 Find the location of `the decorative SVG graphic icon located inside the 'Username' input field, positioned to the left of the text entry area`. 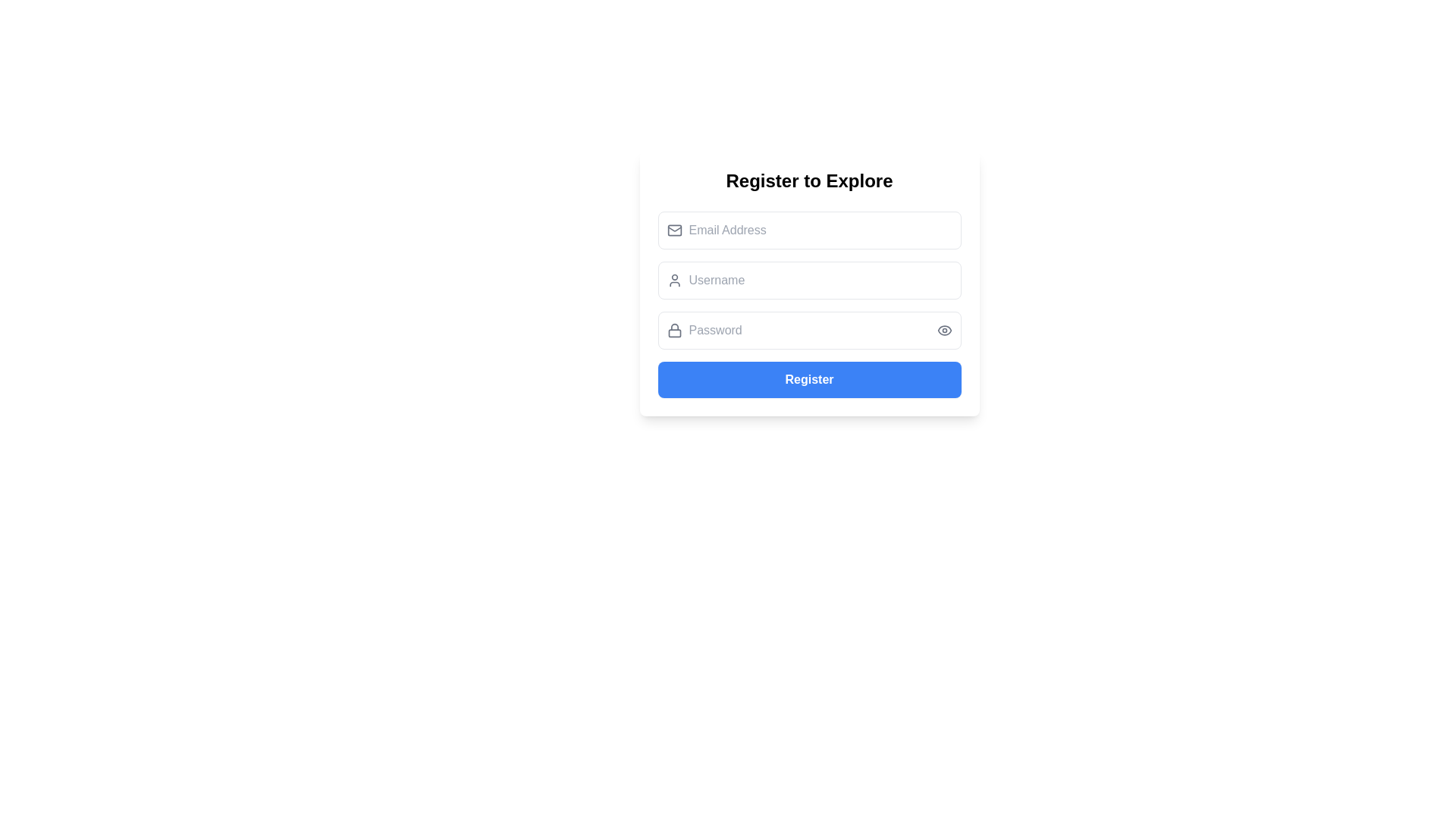

the decorative SVG graphic icon located inside the 'Username' input field, positioned to the left of the text entry area is located at coordinates (673, 281).